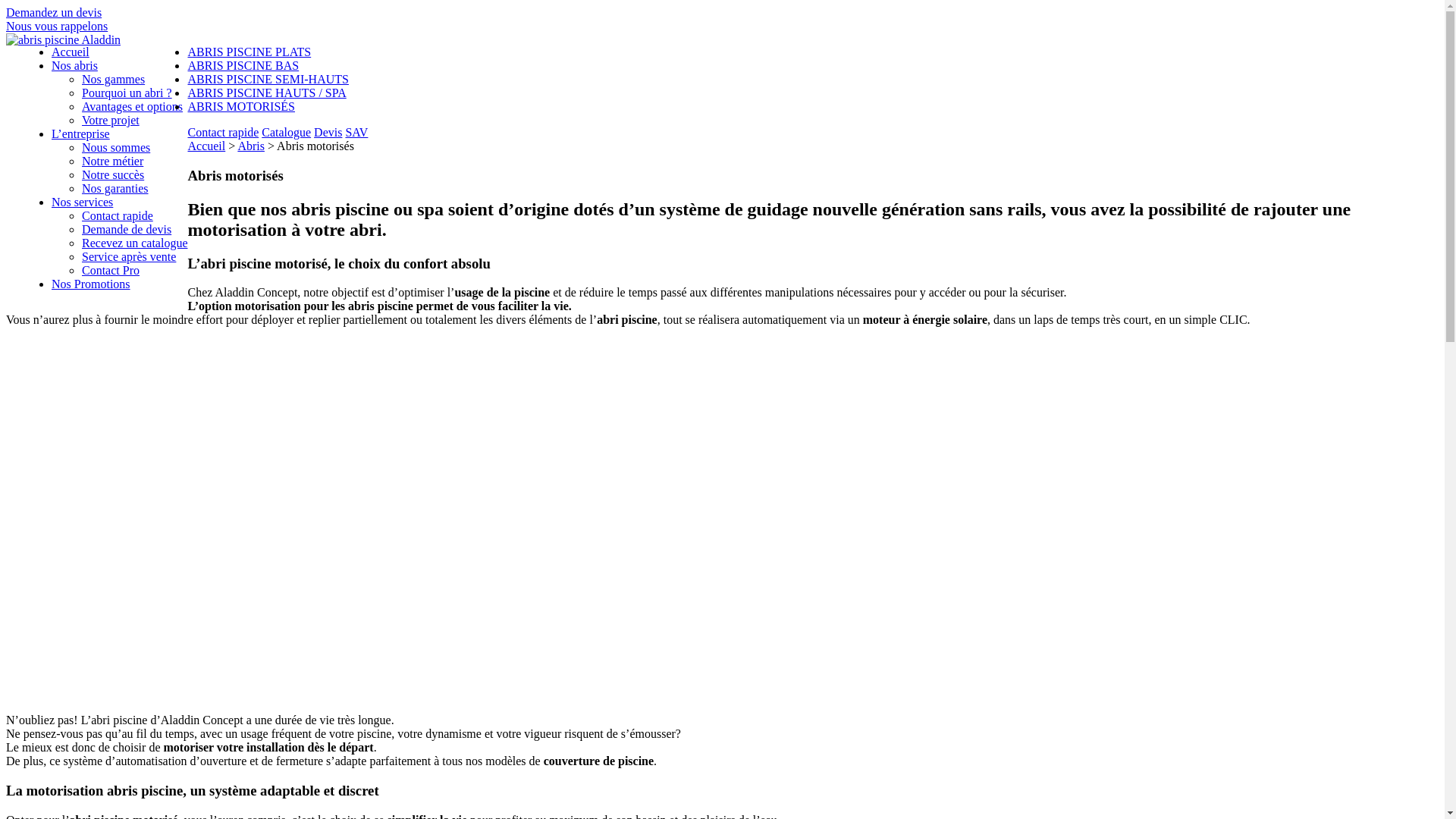 This screenshot has width=1456, height=819. I want to click on 'SAV', so click(356, 131).